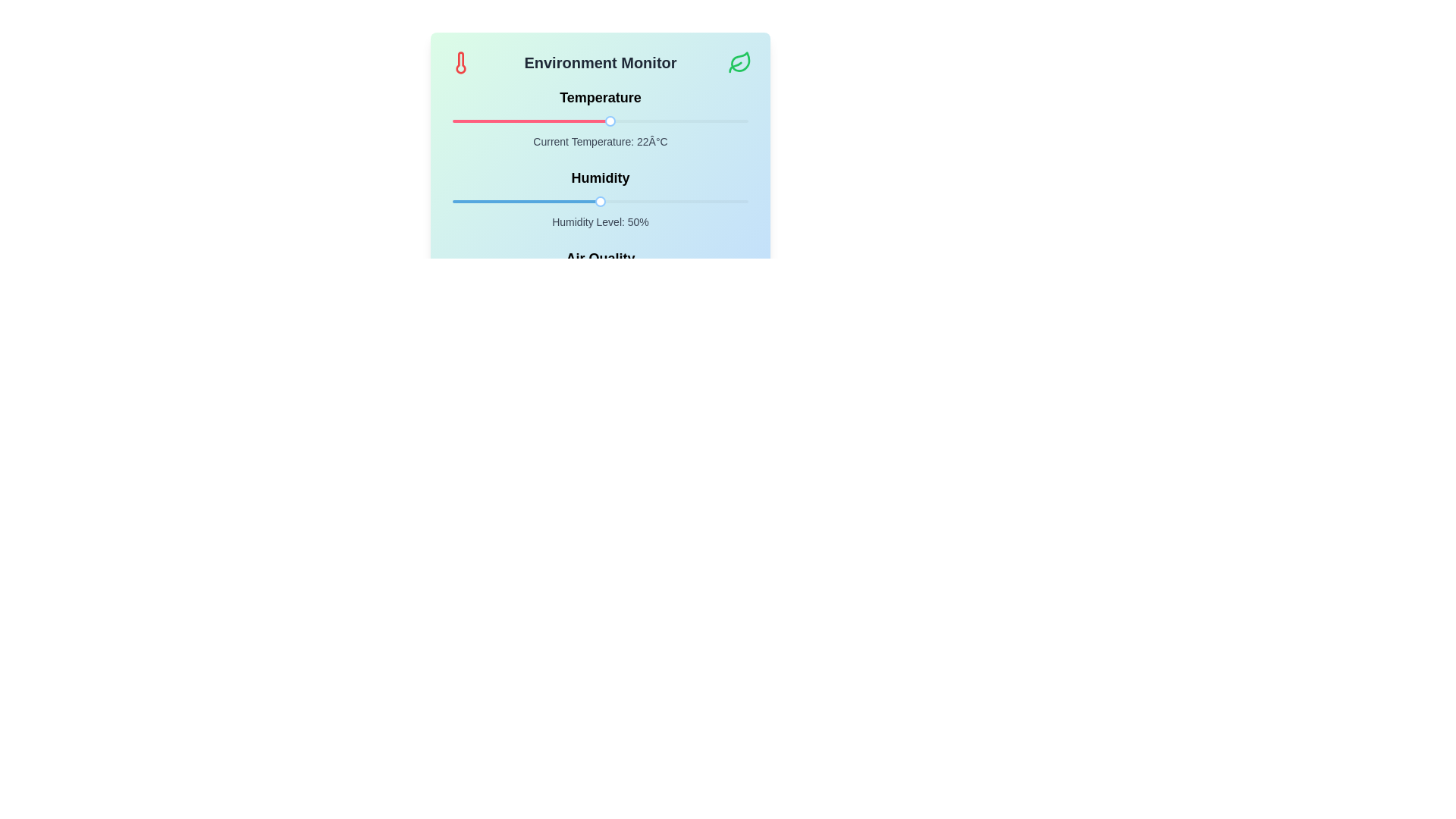  Describe the element at coordinates (600, 120) in the screenshot. I see `the horizontal slider with a red track and a white circular handle under the 'Temperature' label` at that location.